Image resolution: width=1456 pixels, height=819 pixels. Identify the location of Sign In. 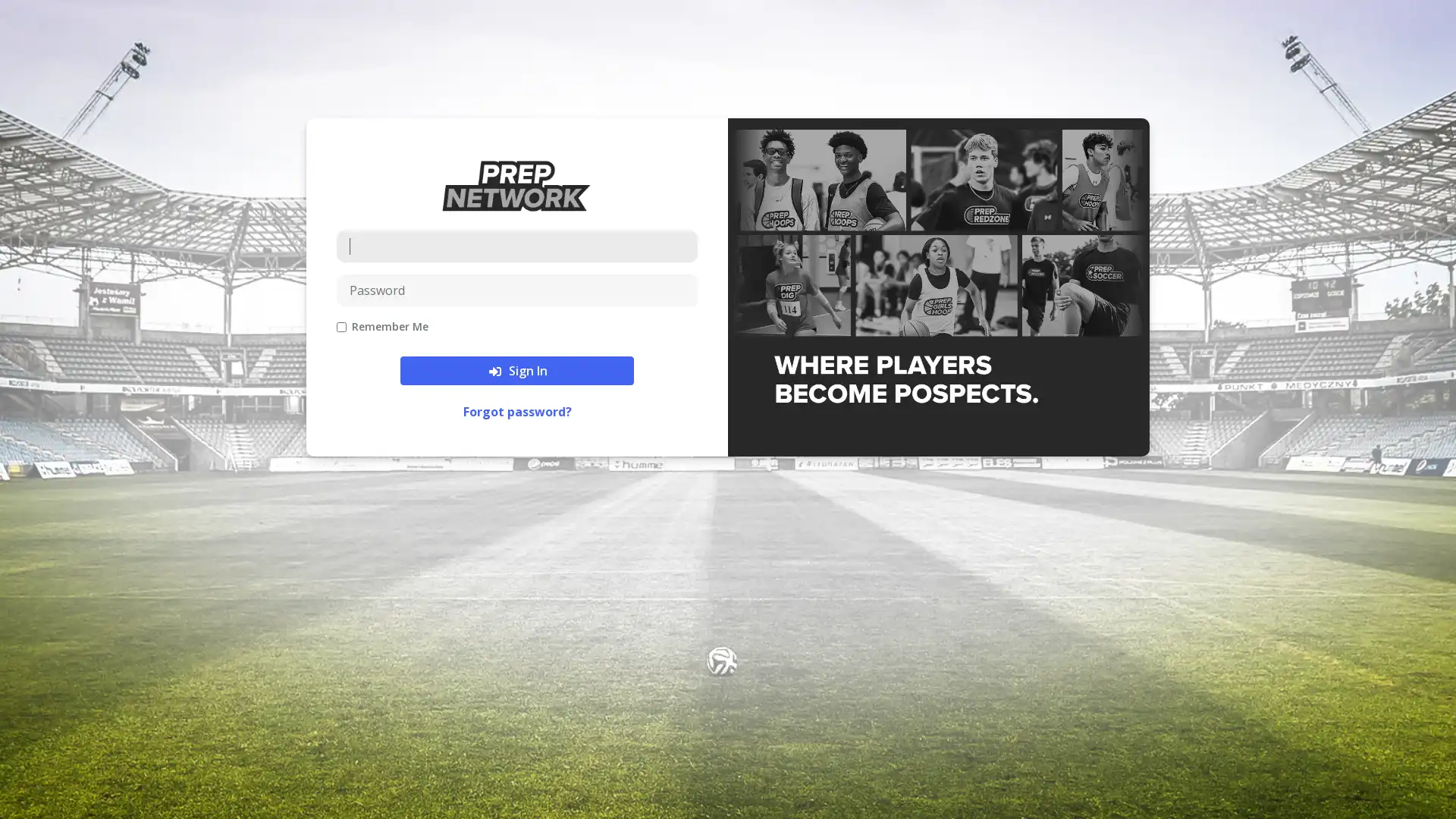
(516, 370).